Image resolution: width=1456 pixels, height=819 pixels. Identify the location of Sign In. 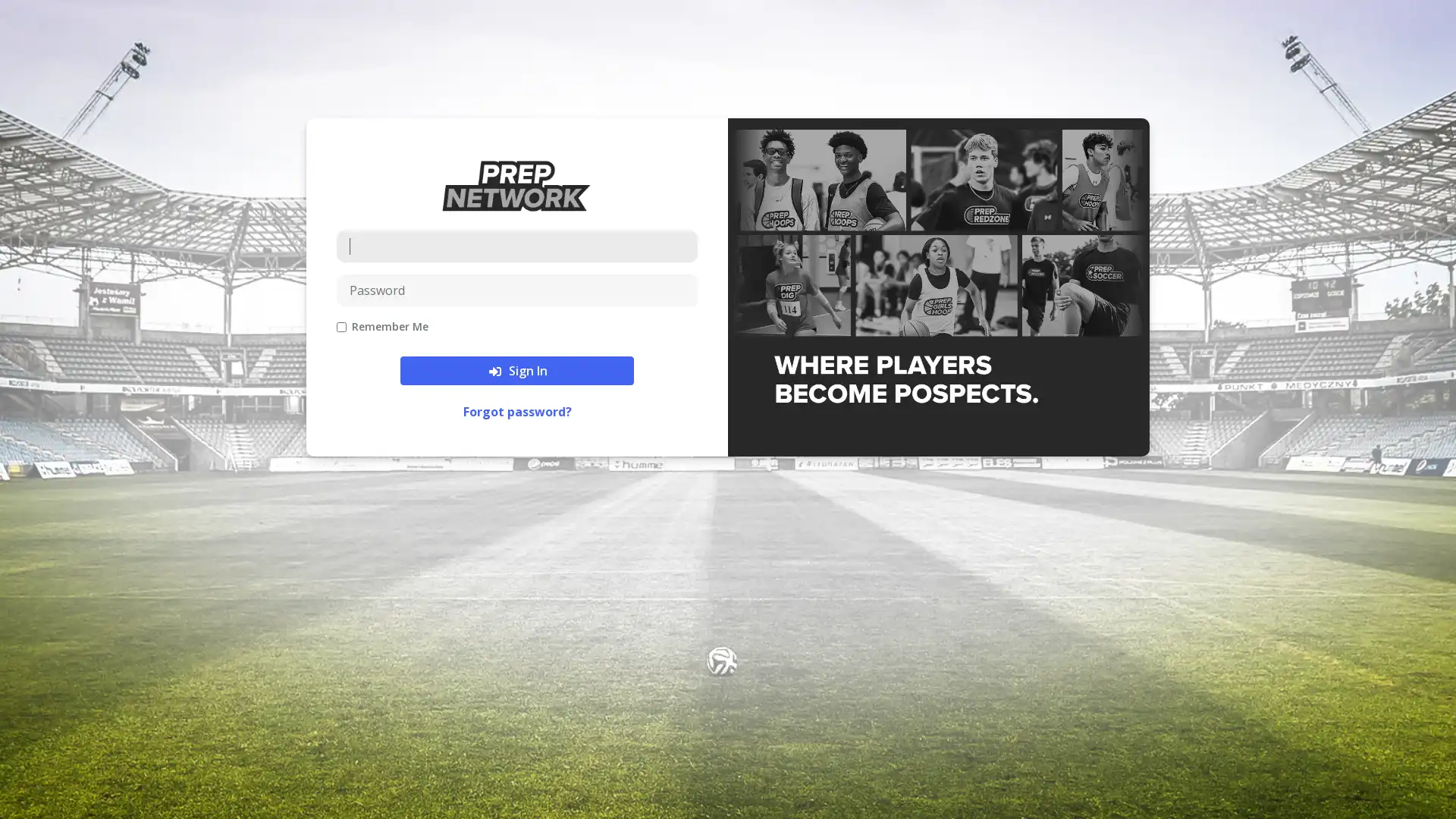
(516, 370).